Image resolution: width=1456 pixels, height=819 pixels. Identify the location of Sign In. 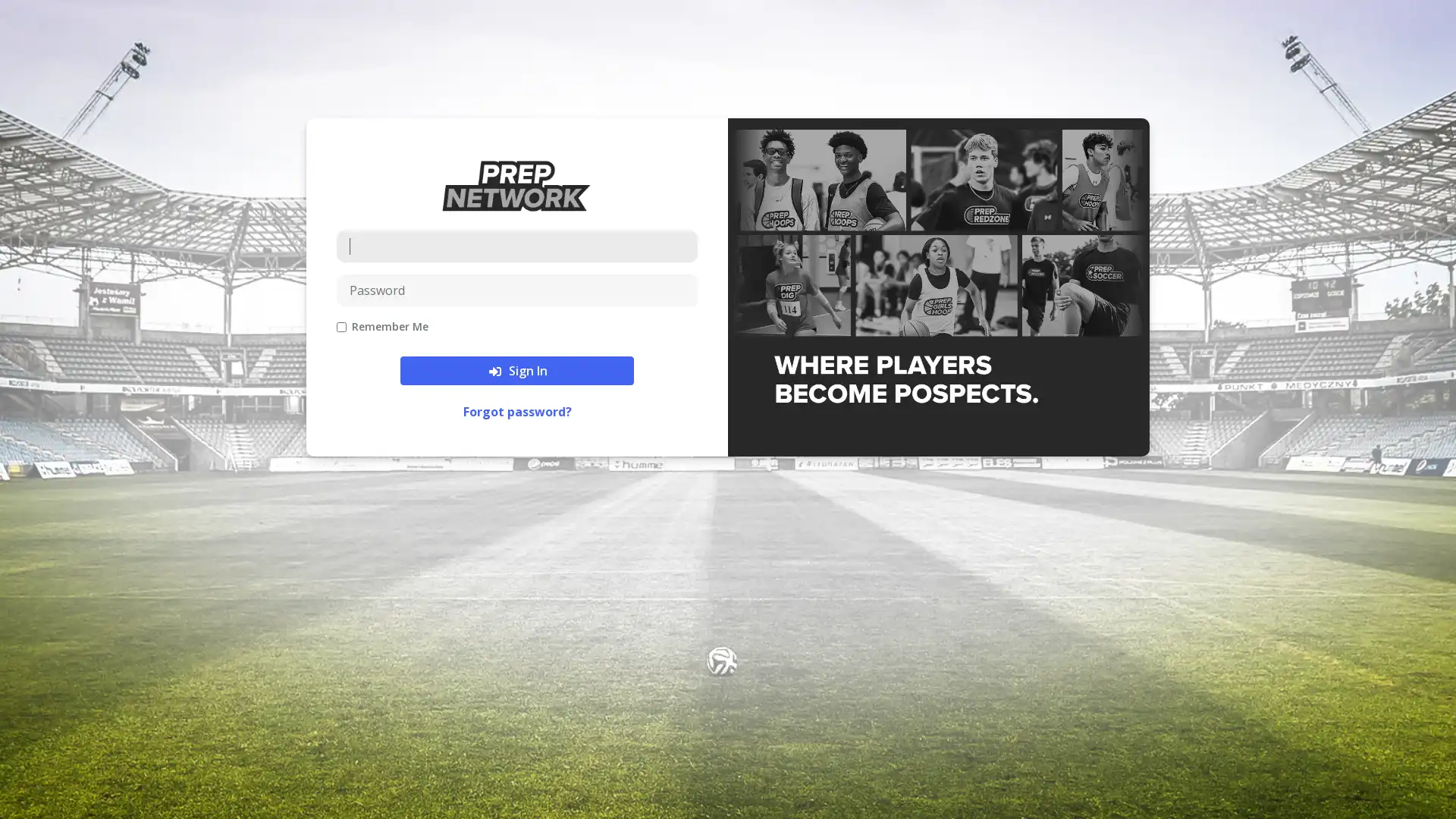
(516, 370).